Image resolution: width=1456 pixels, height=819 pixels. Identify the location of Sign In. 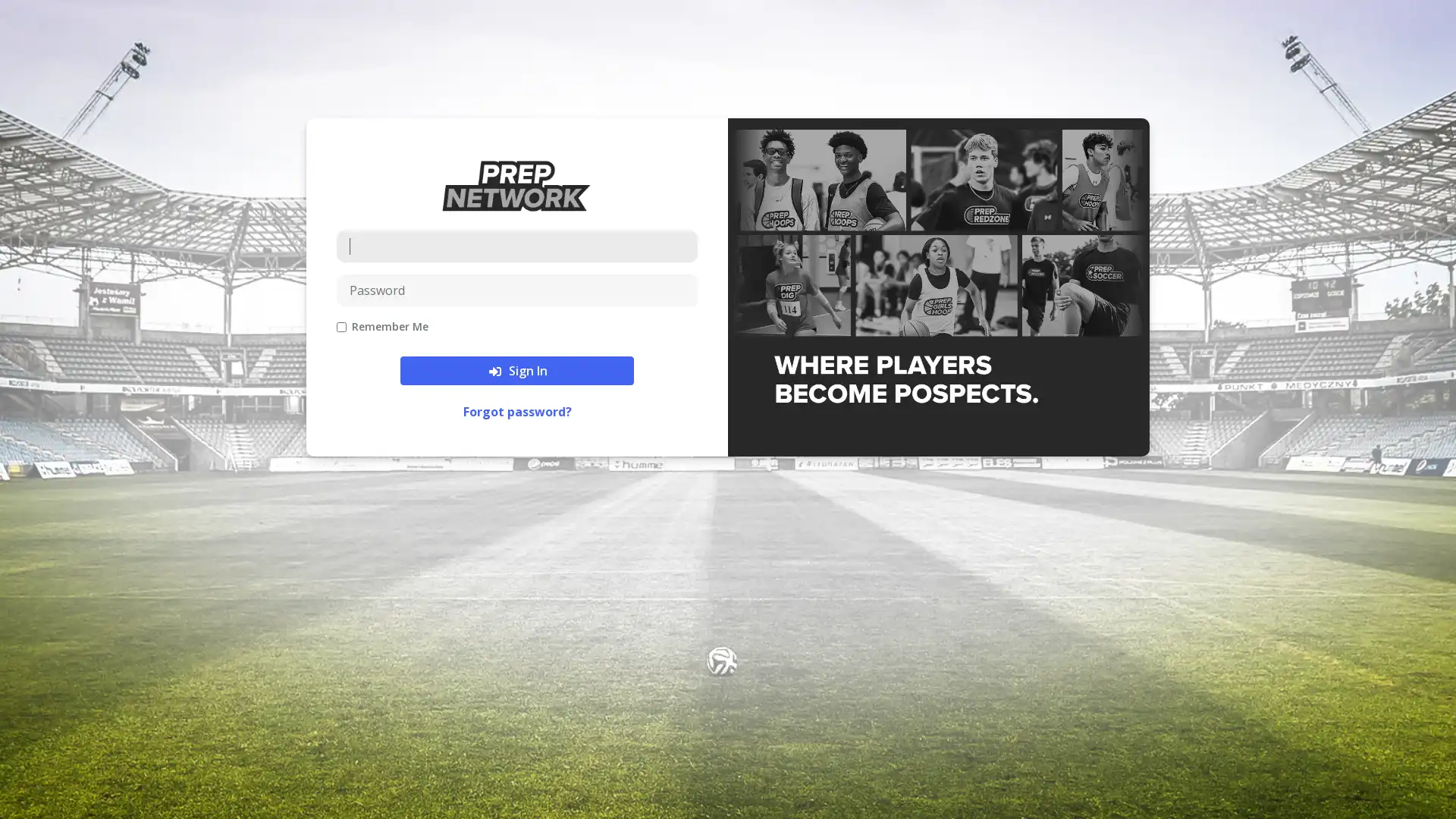
(516, 370).